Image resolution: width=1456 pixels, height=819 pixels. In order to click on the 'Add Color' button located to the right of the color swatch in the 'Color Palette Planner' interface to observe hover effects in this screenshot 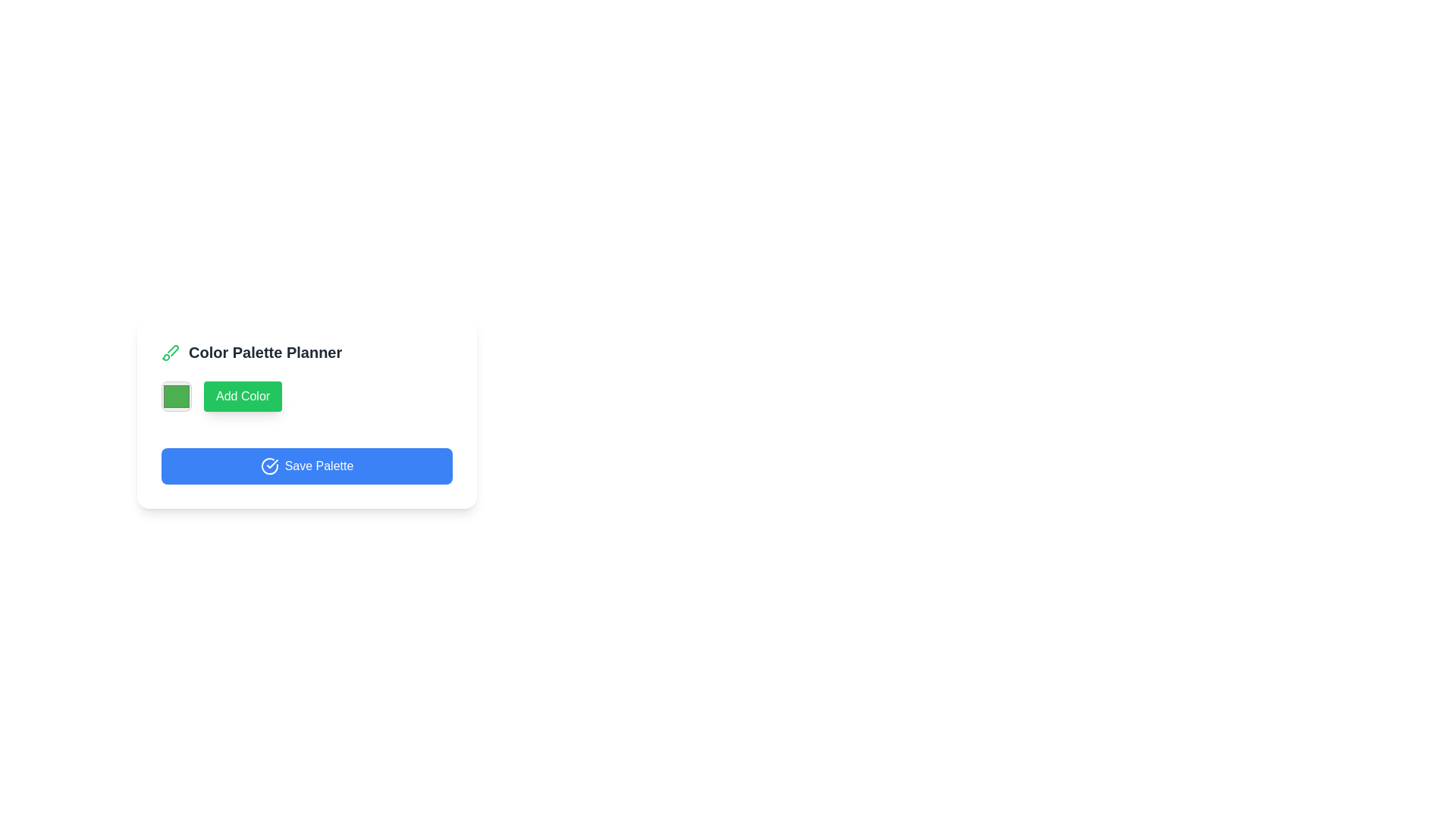, I will do `click(243, 396)`.